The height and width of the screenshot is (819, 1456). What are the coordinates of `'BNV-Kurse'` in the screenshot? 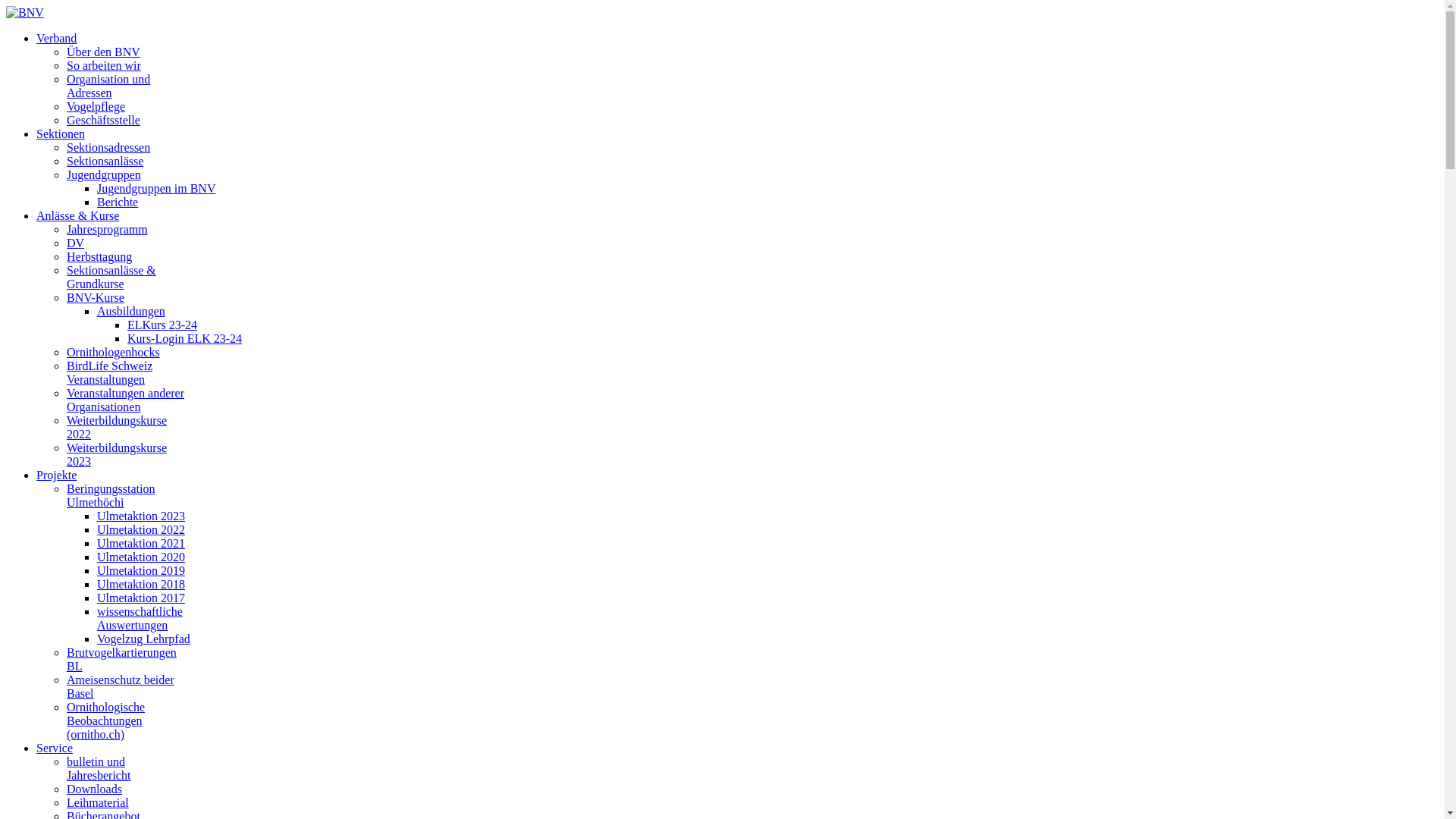 It's located at (94, 297).